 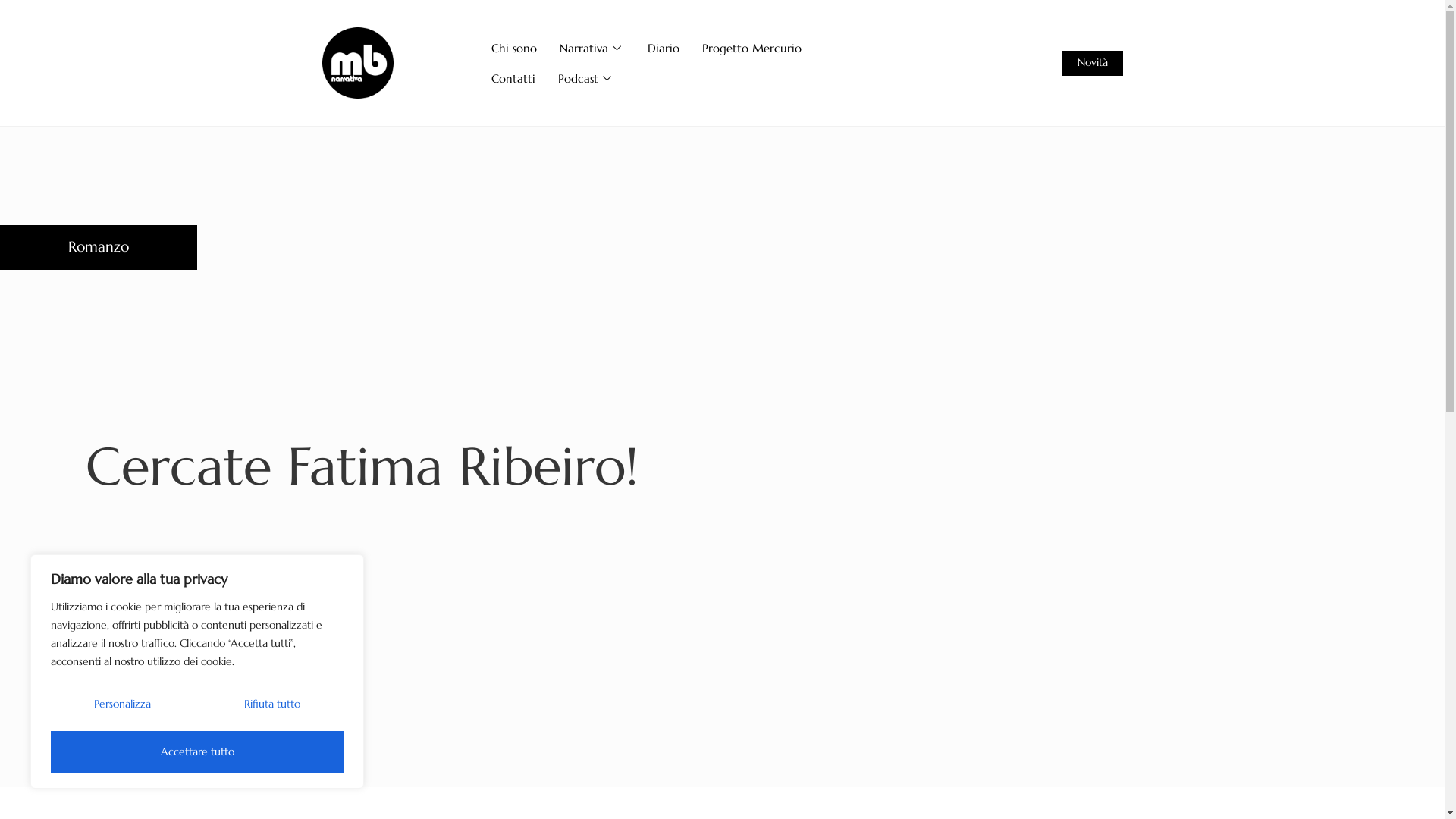 I want to click on 'Contatti', so click(x=513, y=78).